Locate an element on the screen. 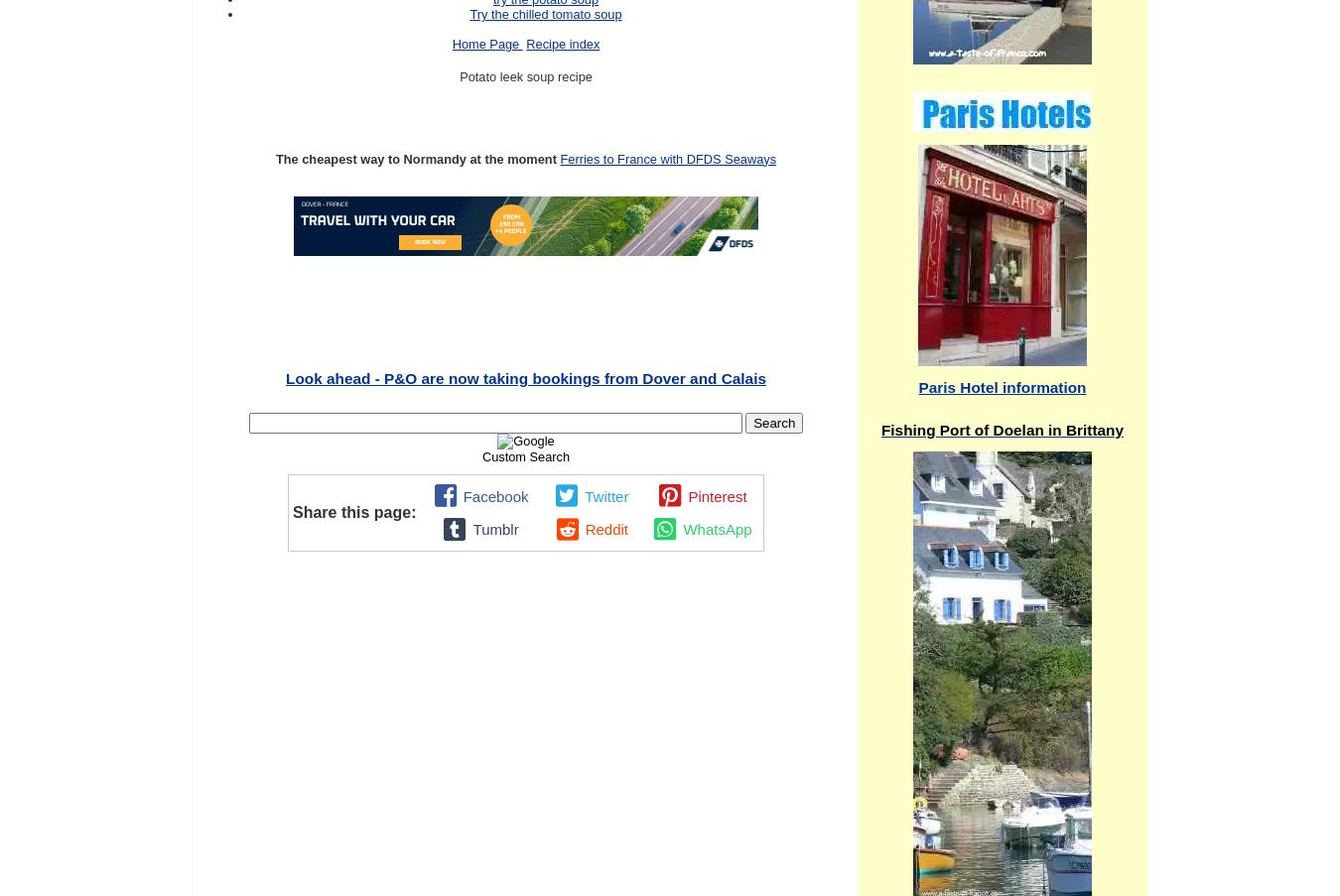 The width and height of the screenshot is (1340, 896). 'HOUSE FOR SALE IN BRITTANY FRANCE' is located at coordinates (524, 371).